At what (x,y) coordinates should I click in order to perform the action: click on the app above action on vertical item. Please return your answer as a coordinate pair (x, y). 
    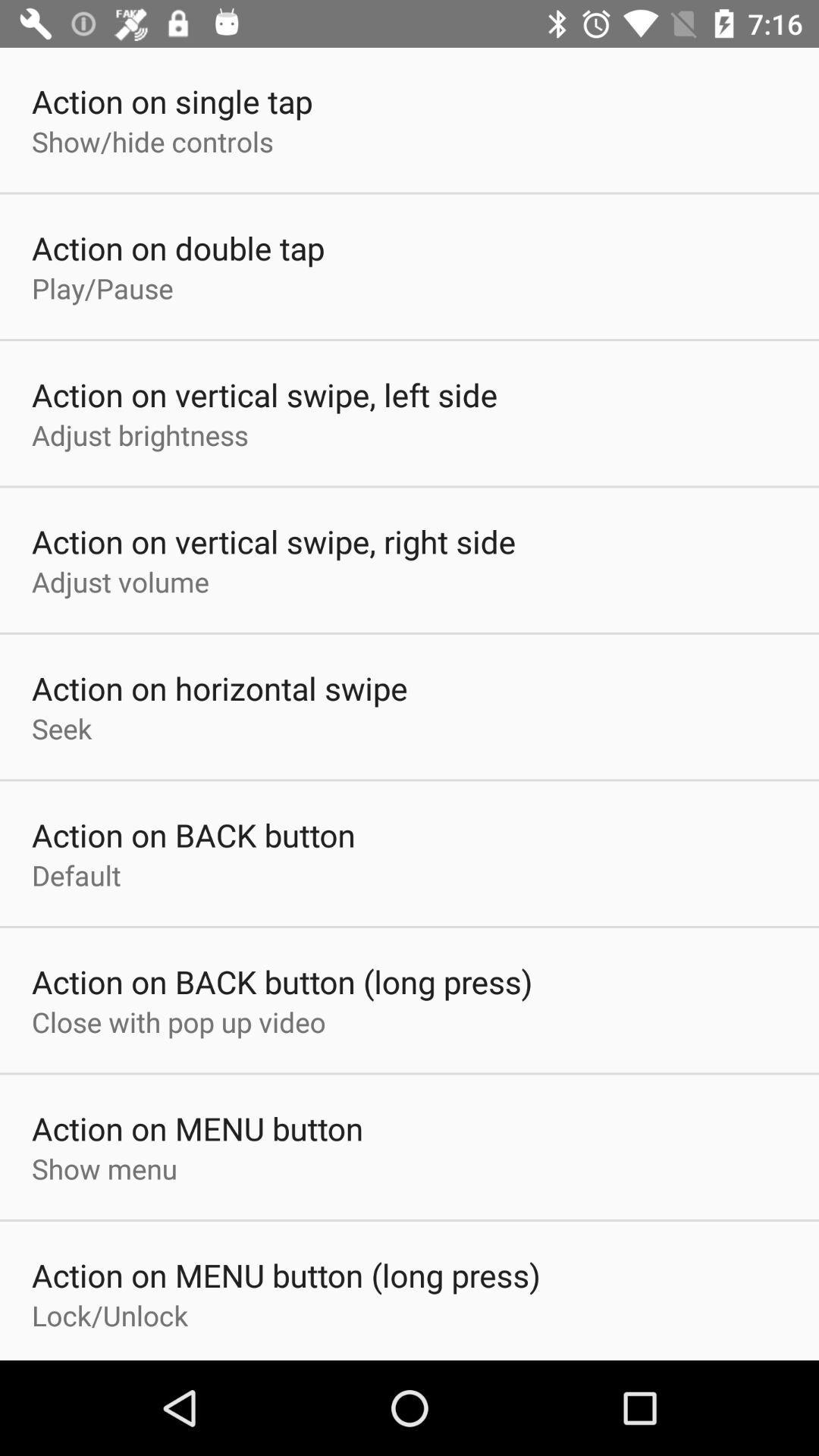
    Looking at the image, I should click on (140, 434).